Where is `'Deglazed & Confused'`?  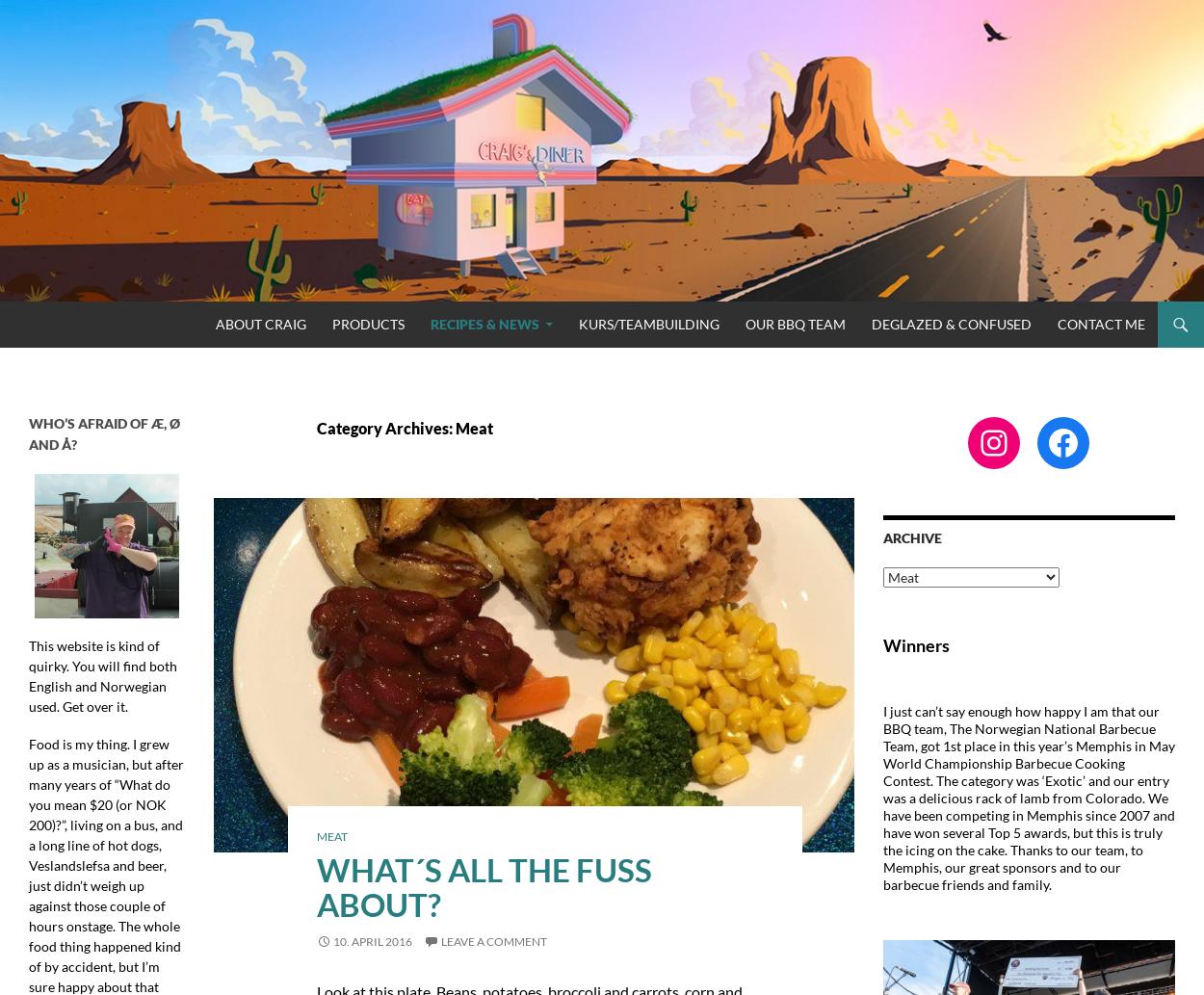
'Deglazed & Confused' is located at coordinates (951, 322).